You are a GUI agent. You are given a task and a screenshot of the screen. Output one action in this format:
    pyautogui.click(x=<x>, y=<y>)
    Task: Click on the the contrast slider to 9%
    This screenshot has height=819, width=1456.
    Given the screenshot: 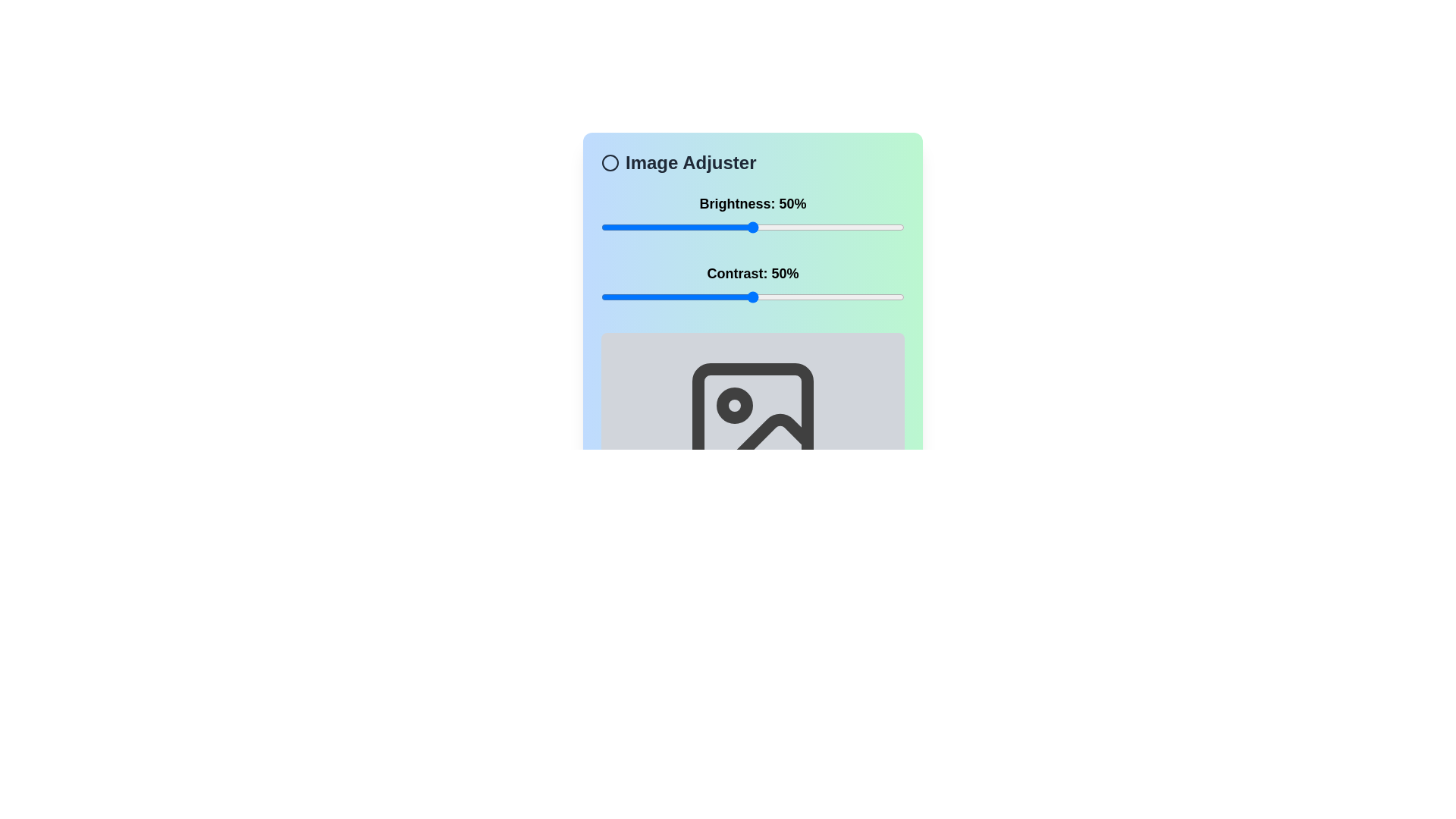 What is the action you would take?
    pyautogui.click(x=629, y=297)
    